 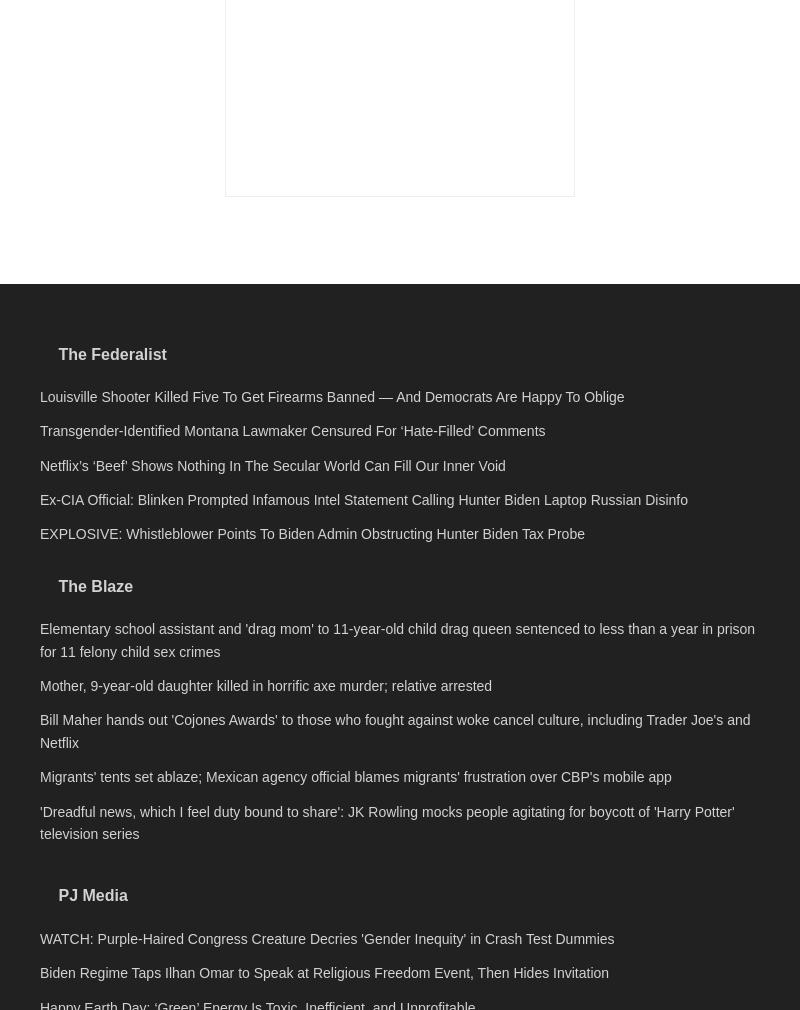 What do you see at coordinates (292, 710) in the screenshot?
I see `'Transgender-Identified Montana Lawmaker Censured For ‘Hate-Filled’ Comments'` at bounding box center [292, 710].